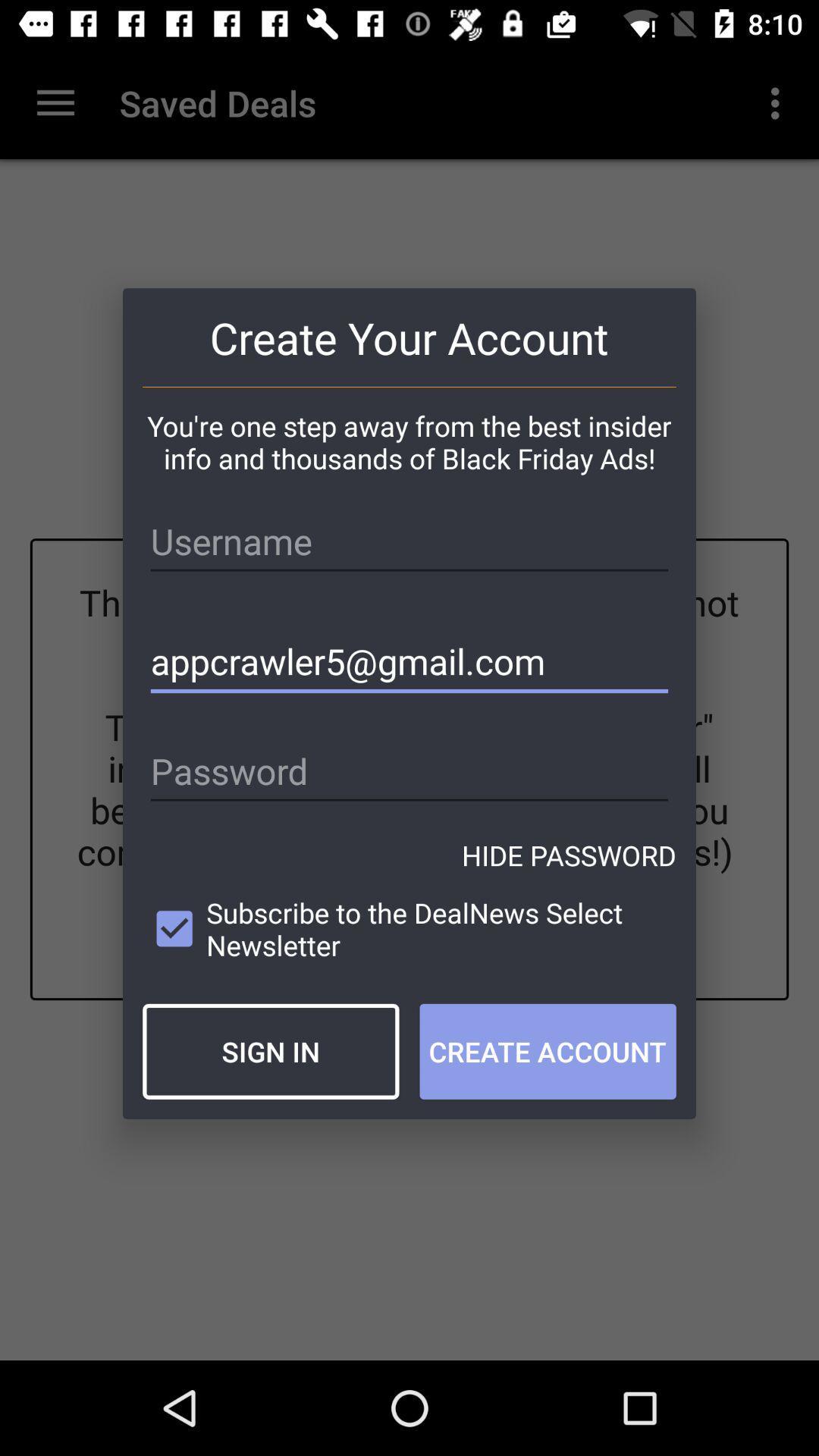 The image size is (819, 1456). Describe the element at coordinates (569, 855) in the screenshot. I see `the hide password on the right` at that location.